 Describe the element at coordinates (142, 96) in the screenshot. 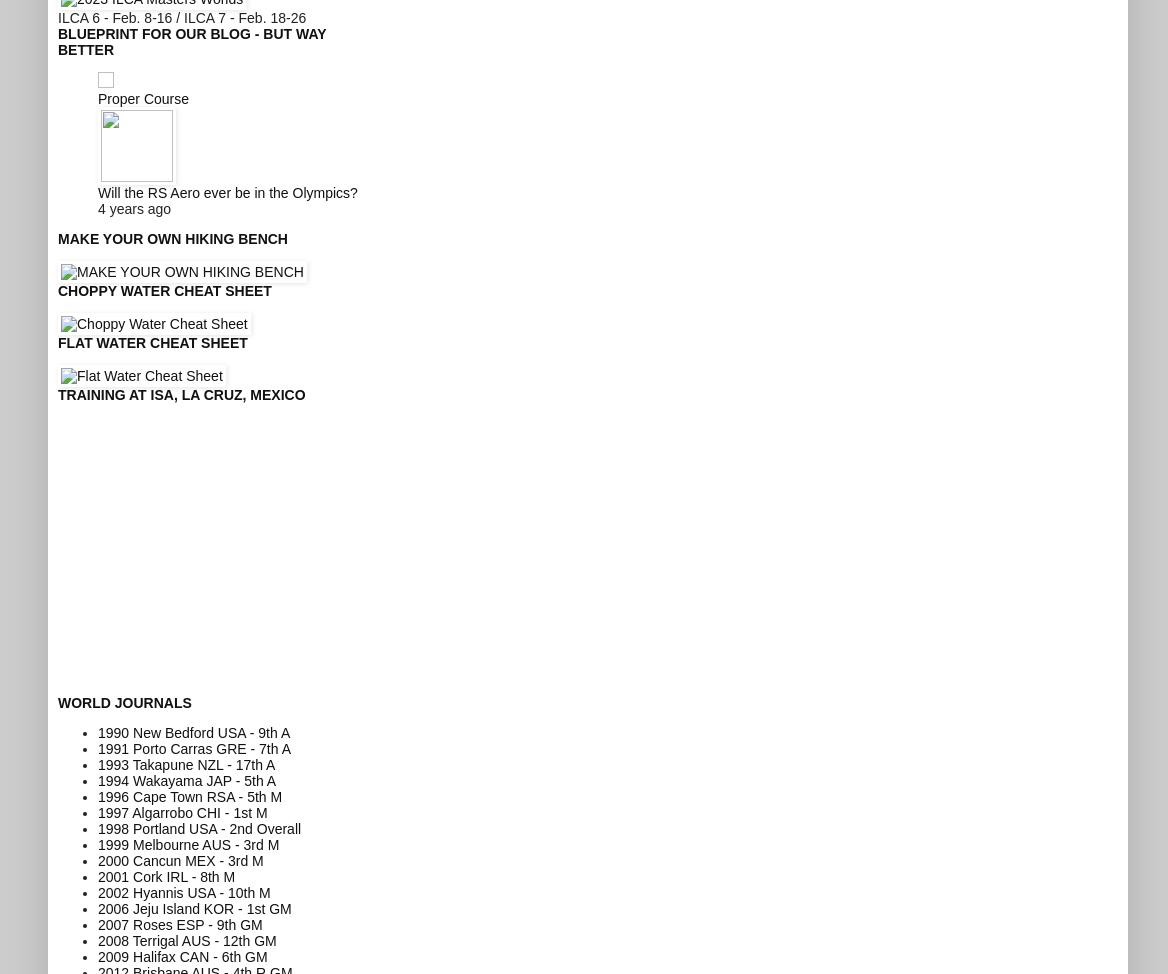

I see `'Proper Course'` at that location.